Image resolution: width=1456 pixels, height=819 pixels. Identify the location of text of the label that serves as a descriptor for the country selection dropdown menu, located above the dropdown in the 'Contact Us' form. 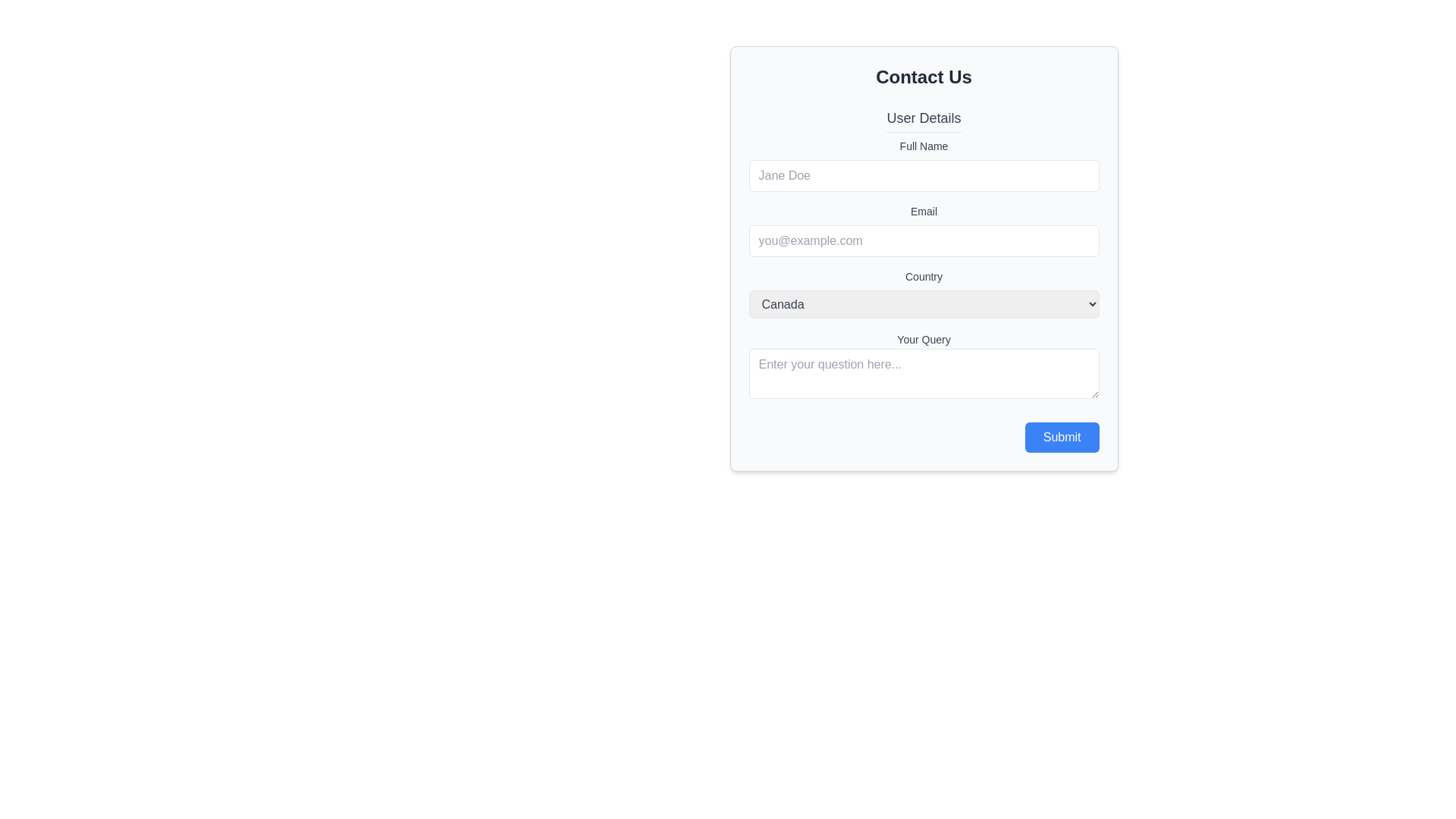
(923, 277).